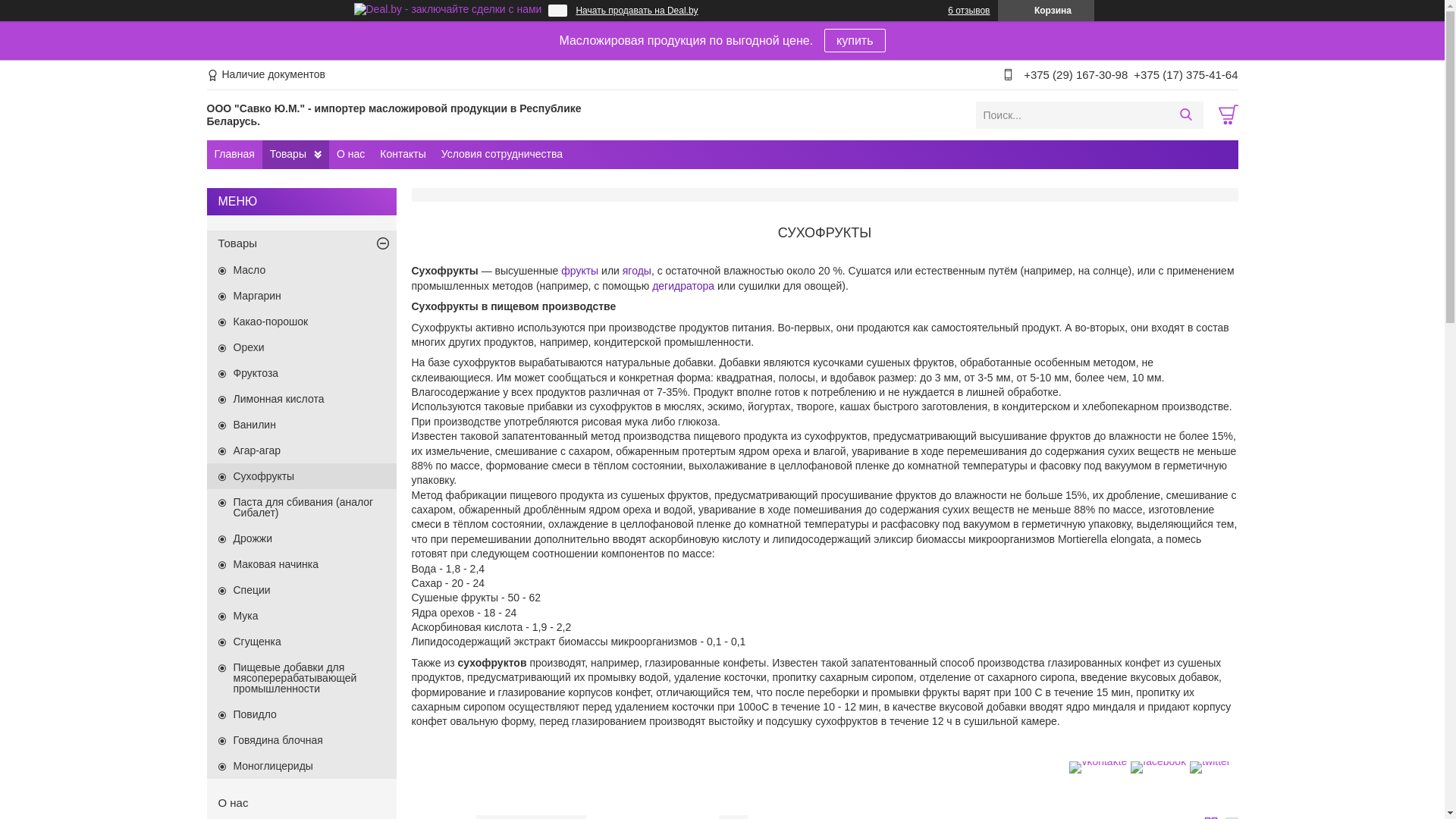 Image resolution: width=1456 pixels, height=819 pixels. What do you see at coordinates (1157, 761) in the screenshot?
I see `'facebook'` at bounding box center [1157, 761].